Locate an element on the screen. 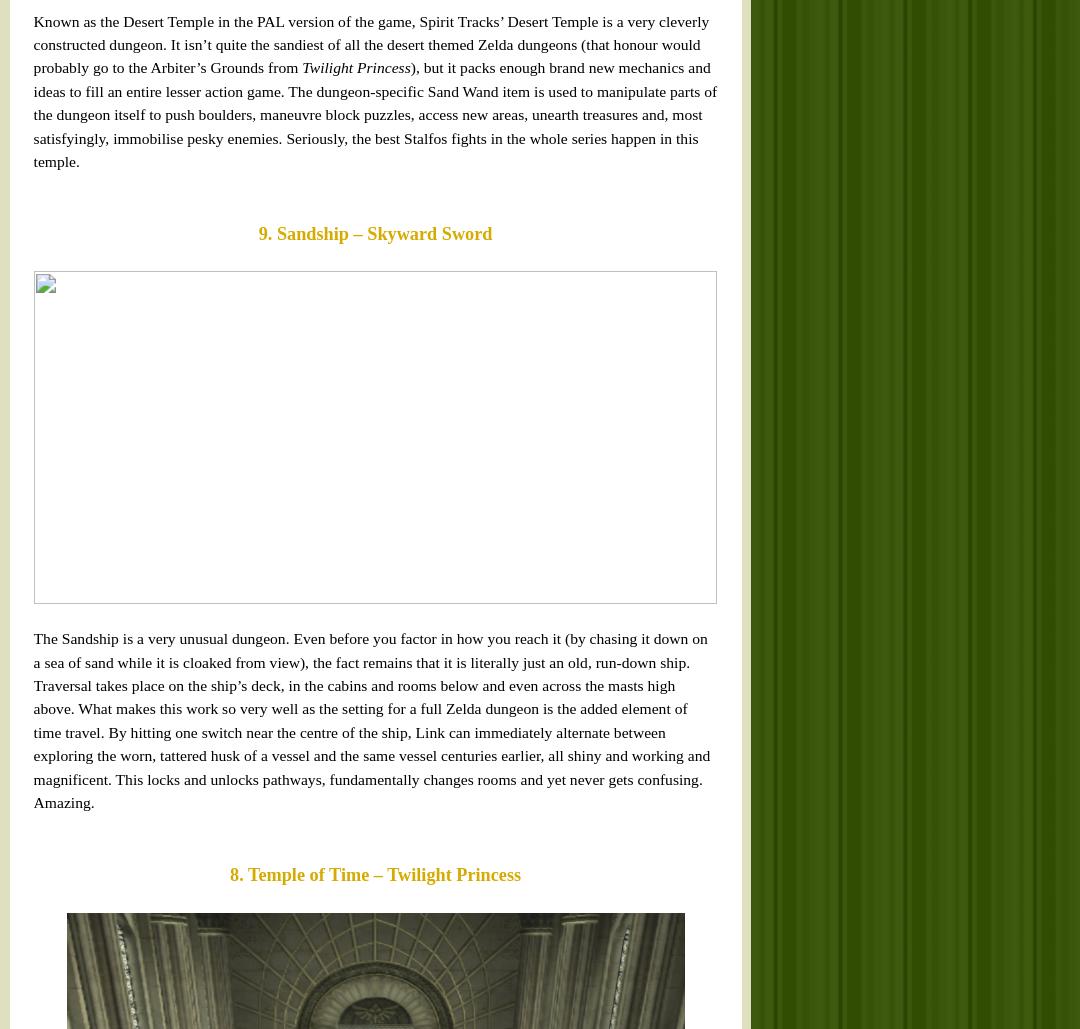 The height and width of the screenshot is (1029, 1080). ', following rumours that it originally existed as such in' is located at coordinates (300, 302).